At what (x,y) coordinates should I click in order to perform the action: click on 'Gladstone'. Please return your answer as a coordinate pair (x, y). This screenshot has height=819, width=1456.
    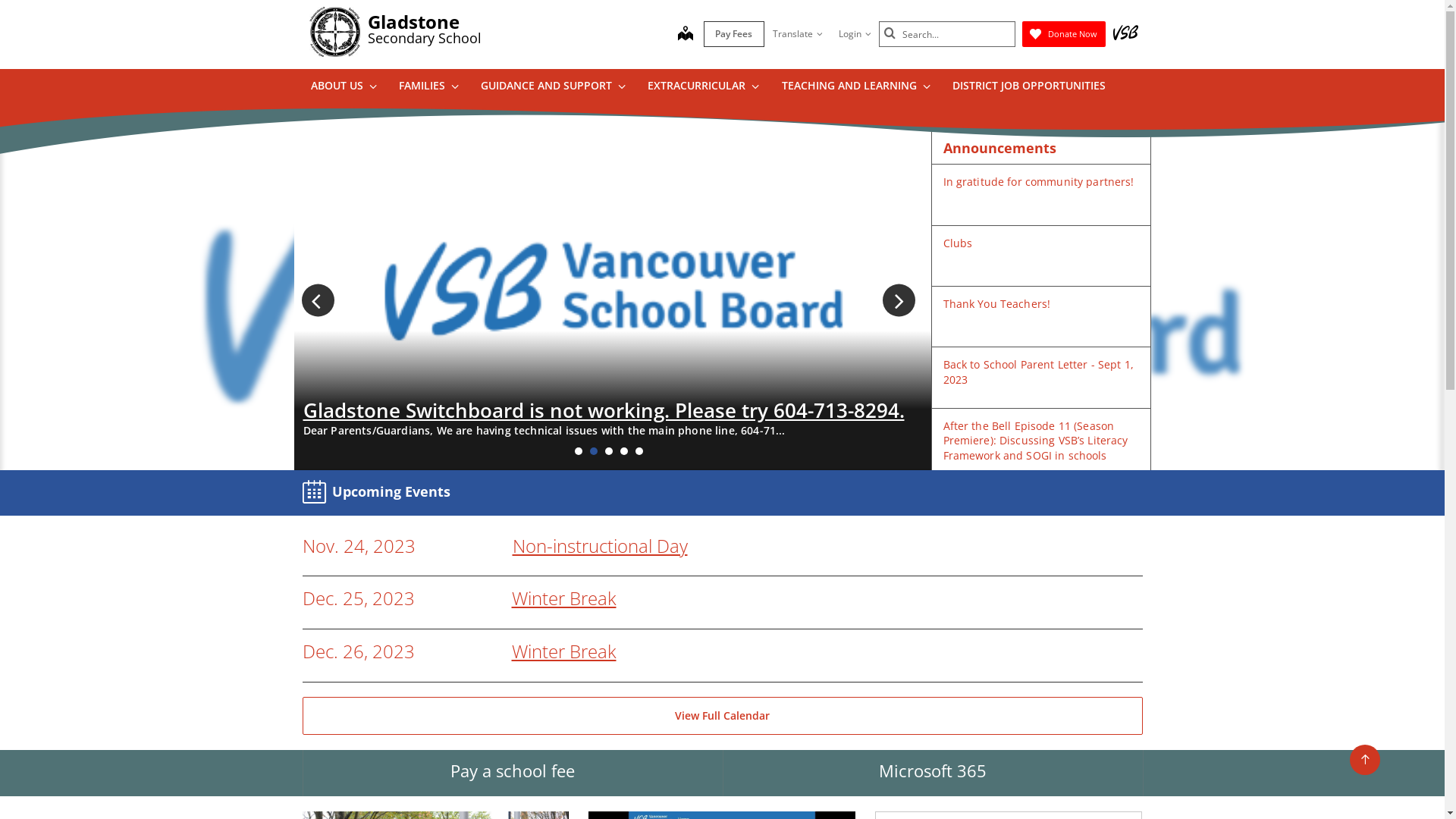
    Looking at the image, I should click on (413, 21).